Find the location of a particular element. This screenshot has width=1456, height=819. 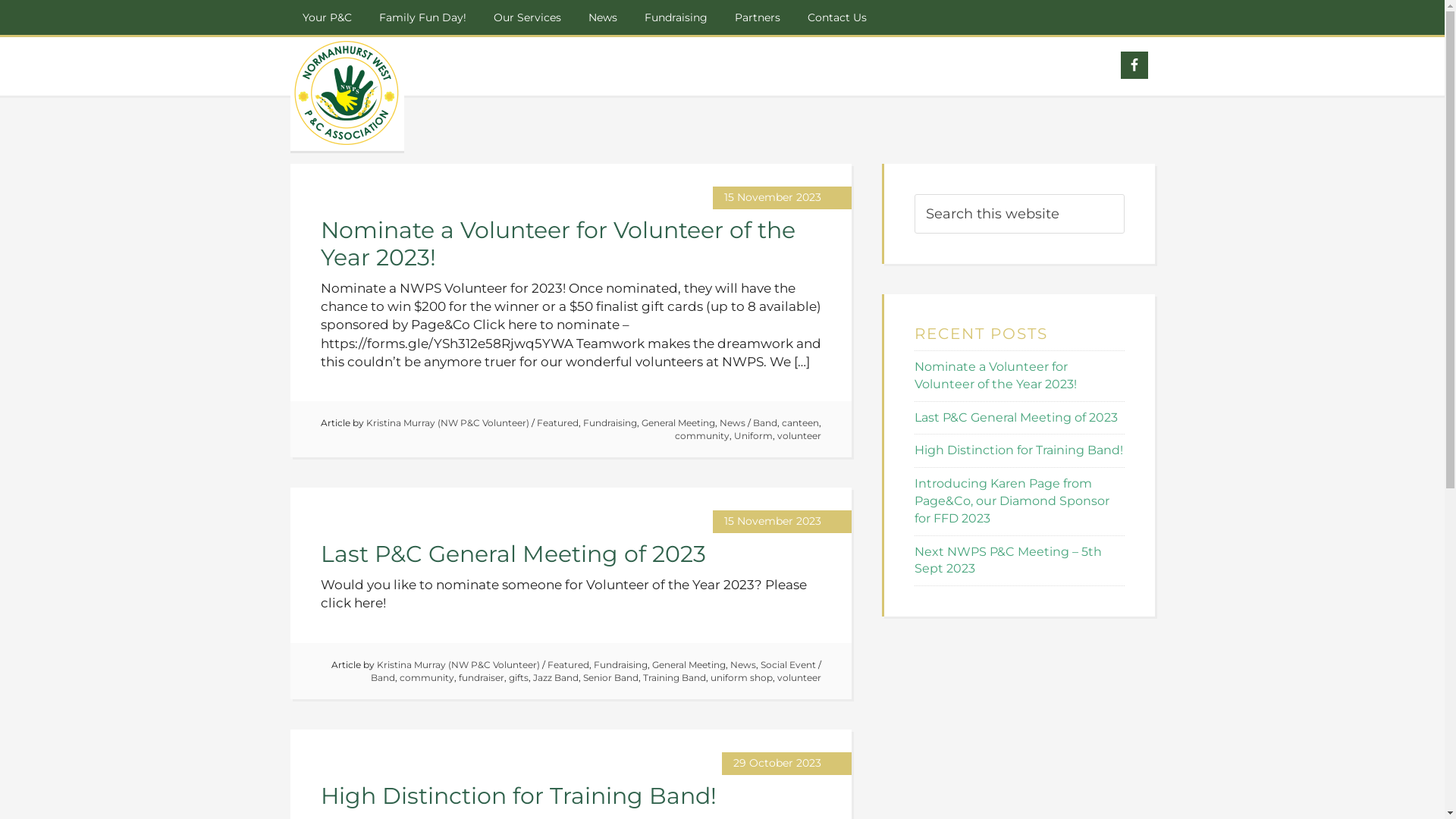

'Family Fun Day!' is located at coordinates (367, 17).